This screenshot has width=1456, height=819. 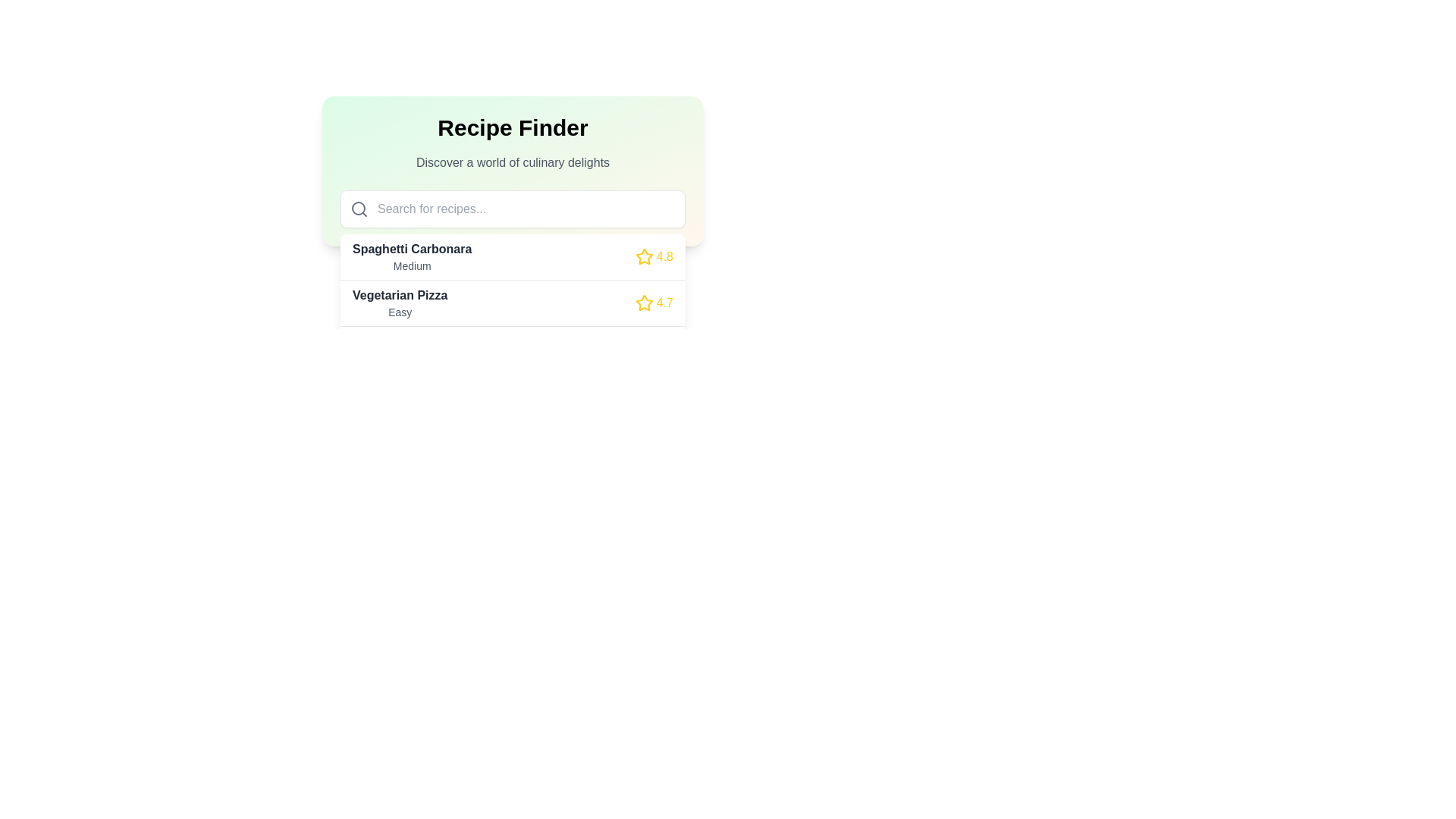 I want to click on the text label indicating the rating value next to the 'Spaghetti Carbonara' item, which is located on the right side of the star icon, so click(x=664, y=256).